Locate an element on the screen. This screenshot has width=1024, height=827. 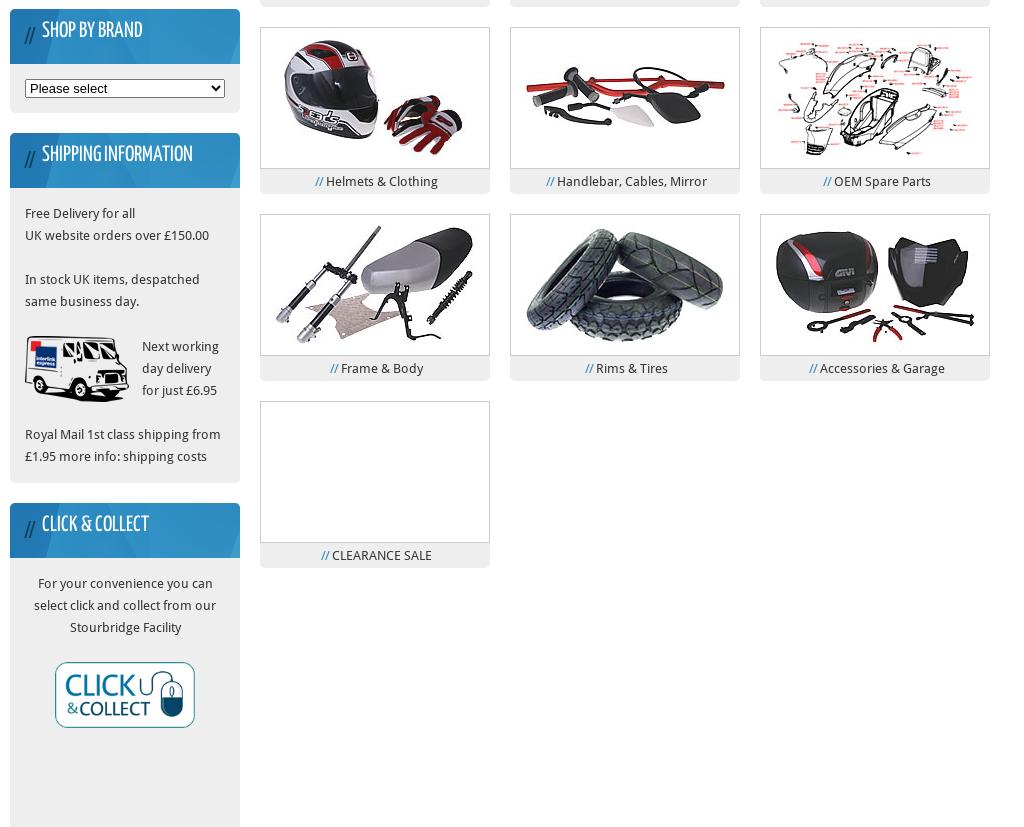
'Shipping Information' is located at coordinates (117, 154).